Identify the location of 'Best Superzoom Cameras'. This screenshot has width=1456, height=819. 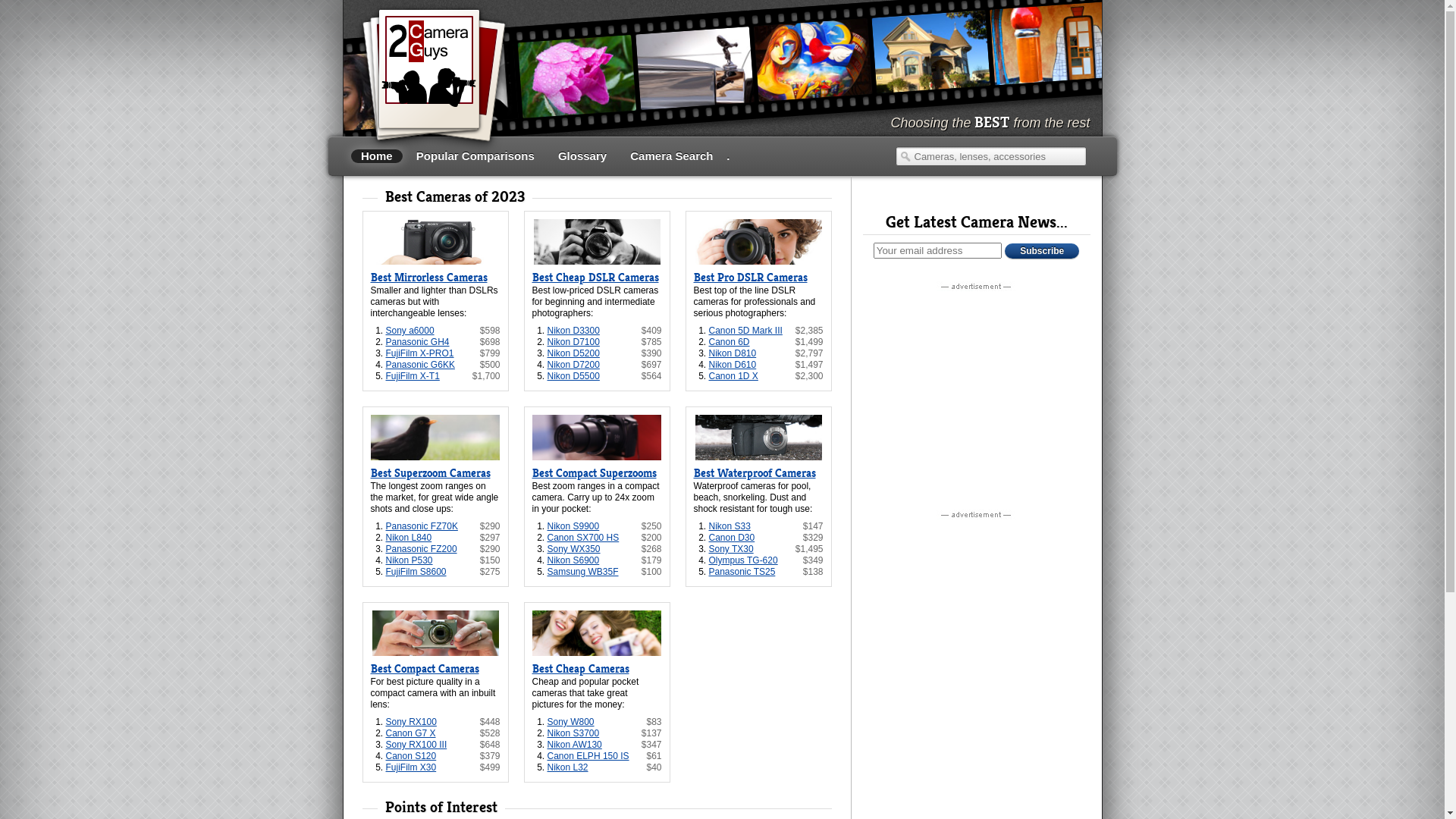
(428, 472).